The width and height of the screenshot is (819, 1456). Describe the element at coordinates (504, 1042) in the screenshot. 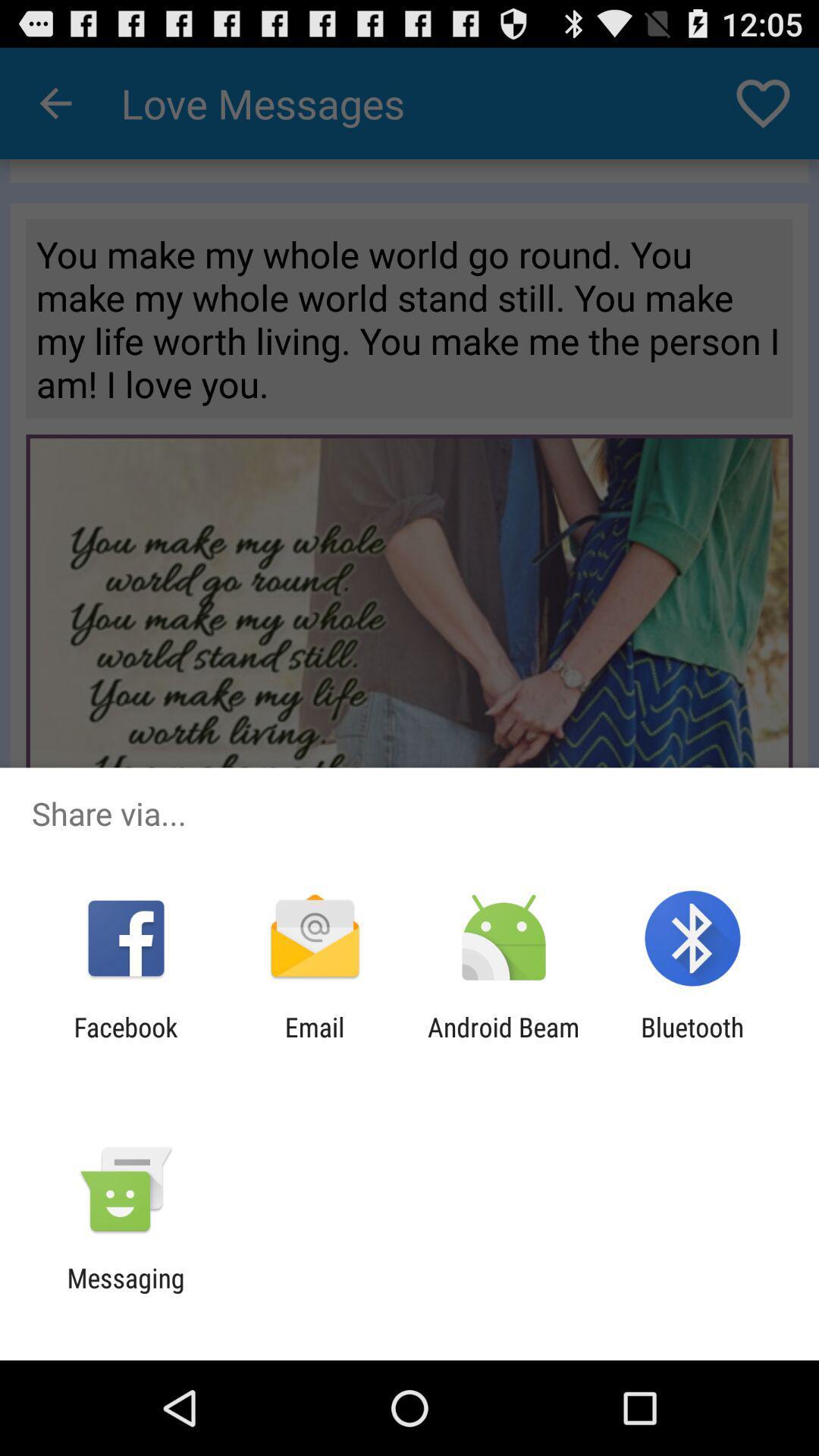

I see `icon next to bluetooth icon` at that location.